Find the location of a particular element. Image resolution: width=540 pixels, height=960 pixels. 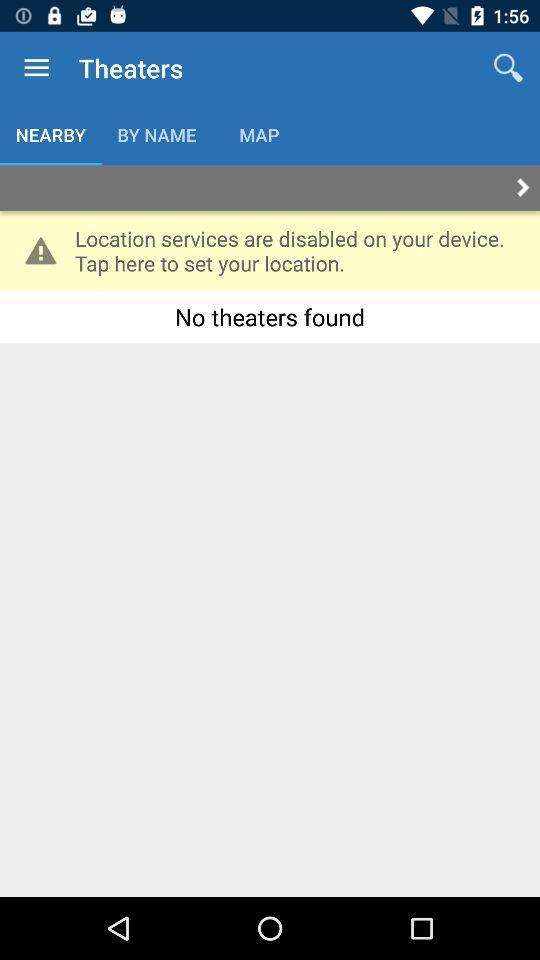

autoplay is located at coordinates (270, 188).